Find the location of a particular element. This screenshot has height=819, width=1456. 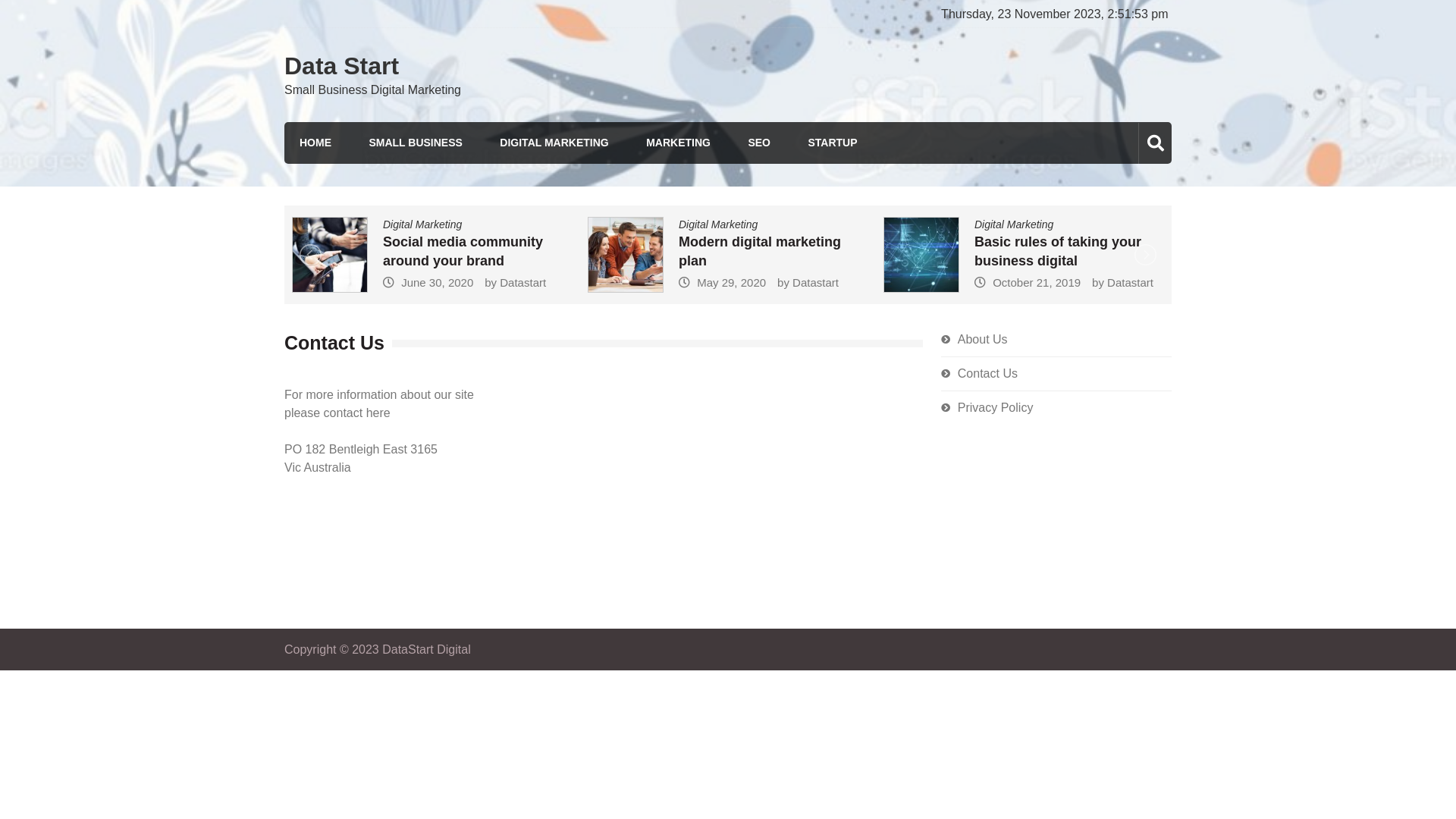

'SMALL BUSINESS' is located at coordinates (415, 143).